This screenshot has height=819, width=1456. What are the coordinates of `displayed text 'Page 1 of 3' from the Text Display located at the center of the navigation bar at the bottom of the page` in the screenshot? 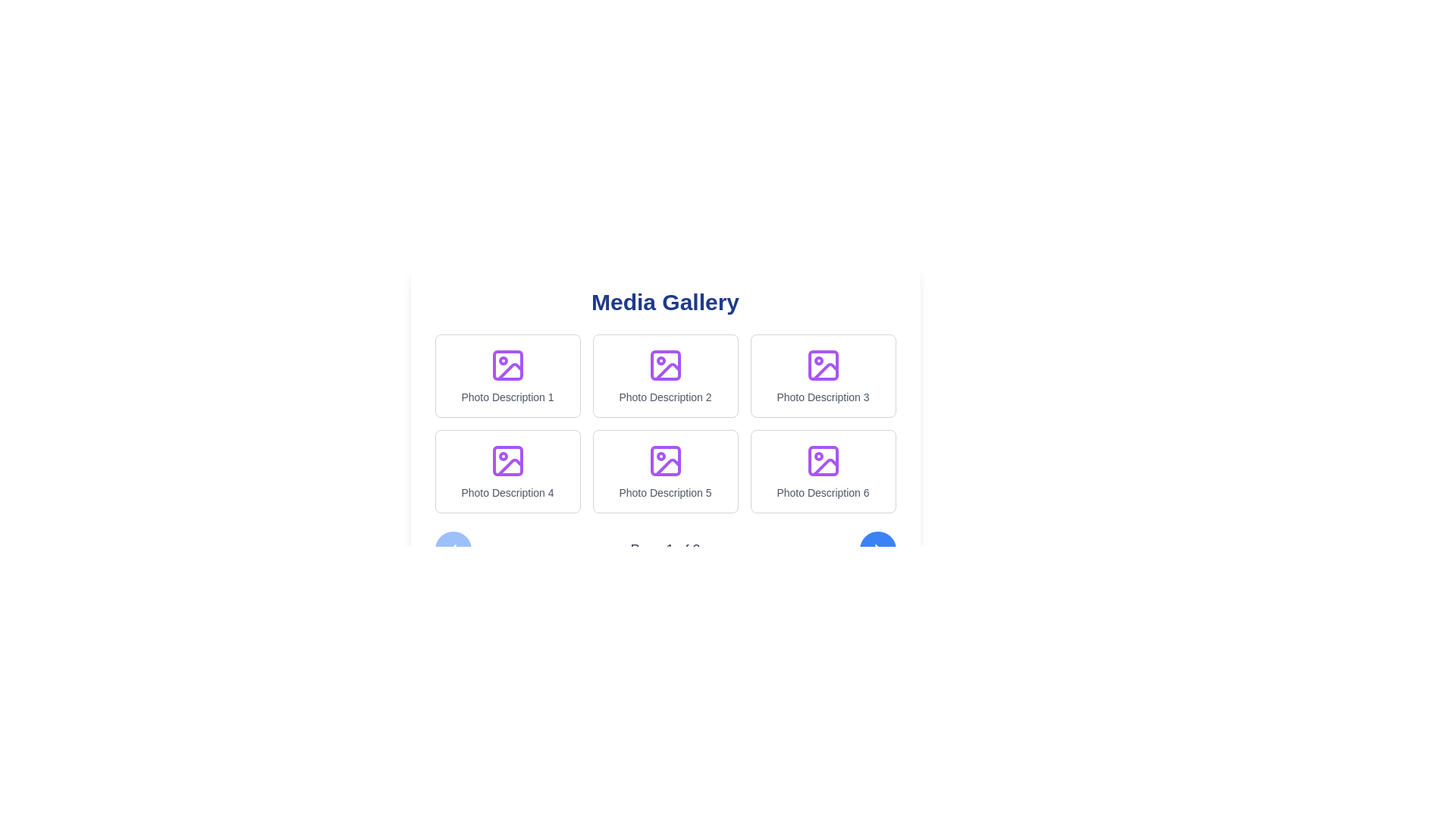 It's located at (665, 550).